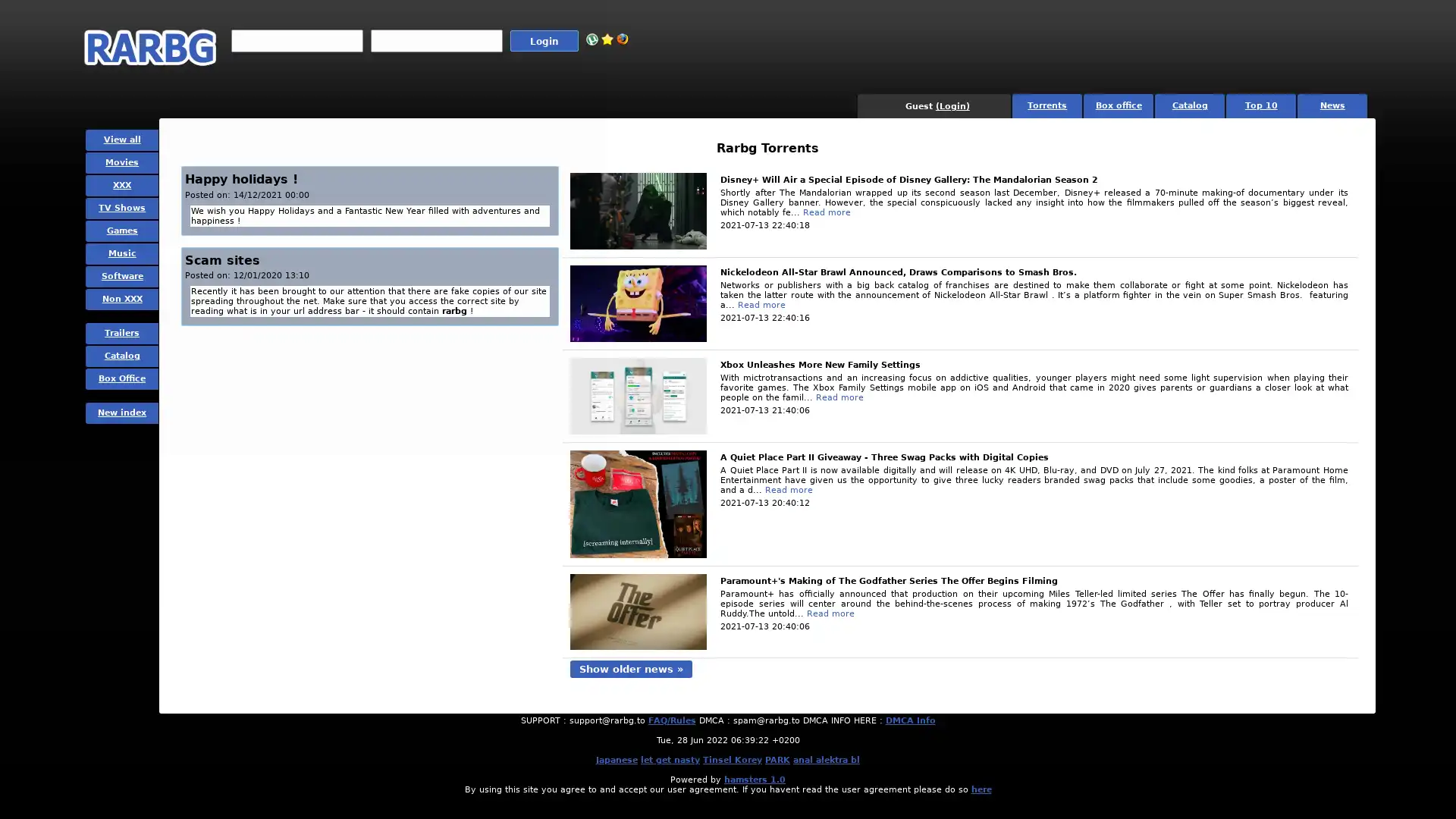 The image size is (1456, 819). I want to click on Login, so click(544, 39).